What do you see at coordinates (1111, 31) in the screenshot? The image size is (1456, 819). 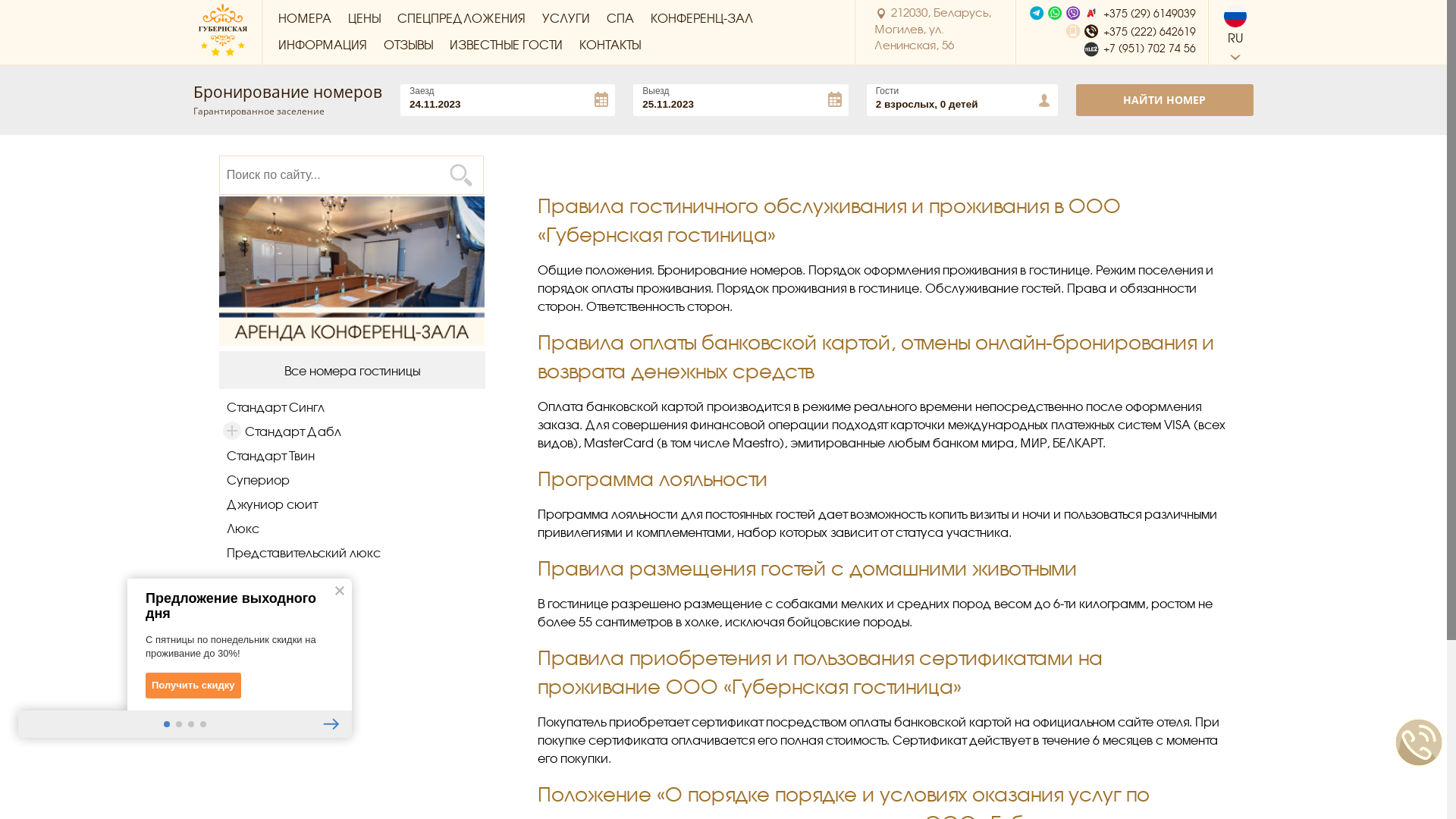 I see `'+375 (222) 642619'` at bounding box center [1111, 31].